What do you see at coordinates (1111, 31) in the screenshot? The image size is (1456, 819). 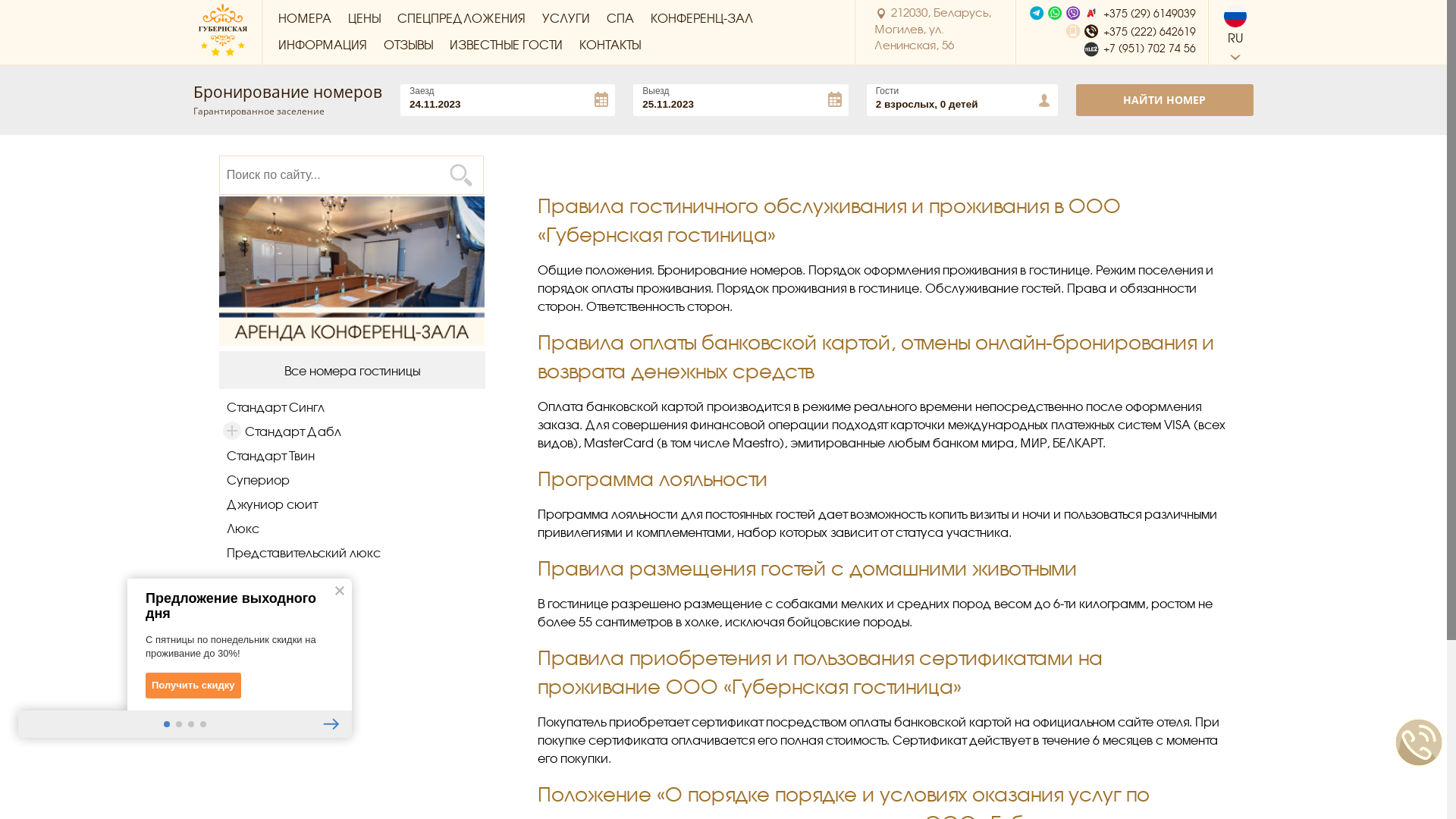 I see `'+375 (222) 642619'` at bounding box center [1111, 31].